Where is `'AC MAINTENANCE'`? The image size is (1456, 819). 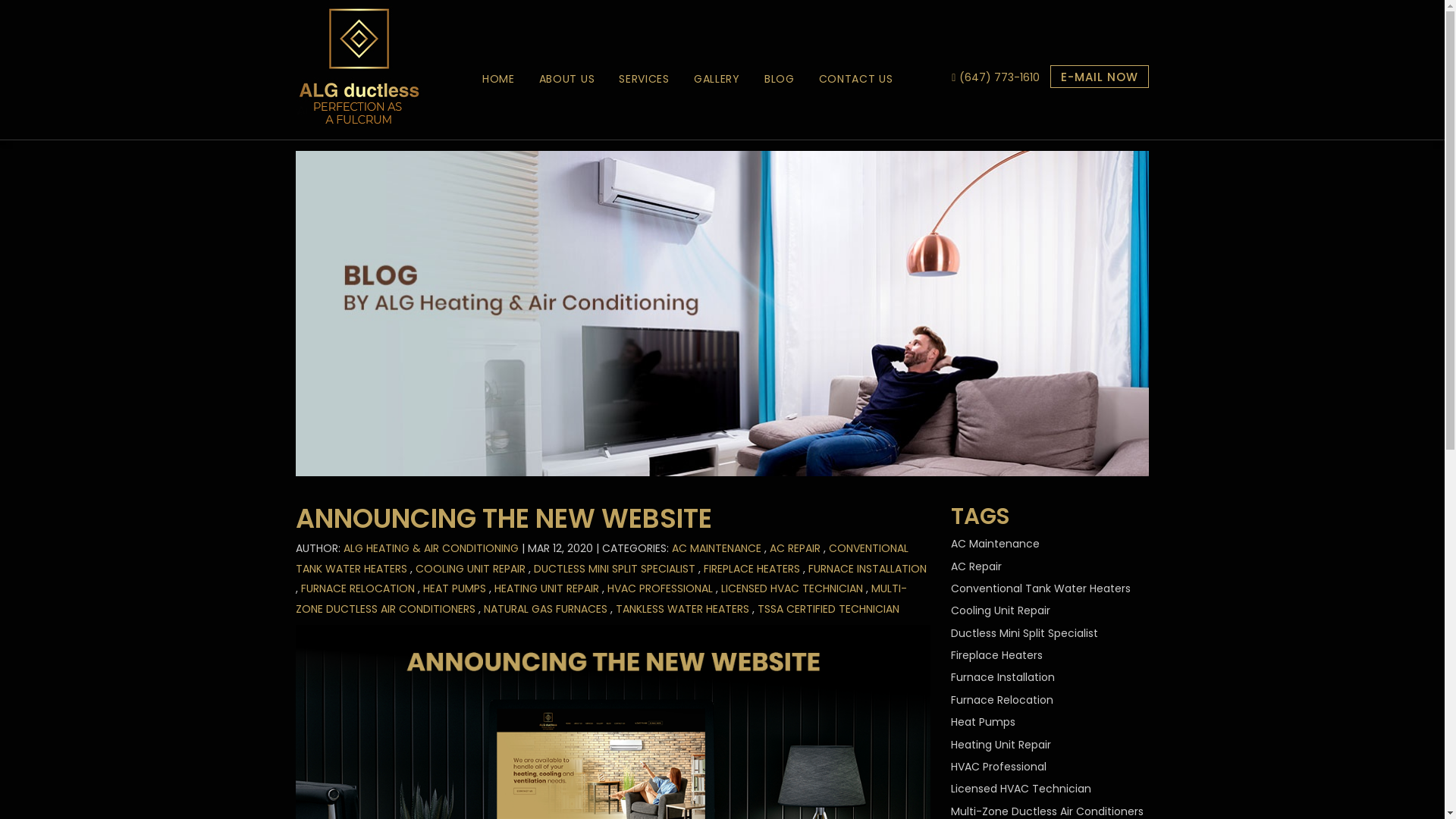
'AC MAINTENANCE' is located at coordinates (716, 548).